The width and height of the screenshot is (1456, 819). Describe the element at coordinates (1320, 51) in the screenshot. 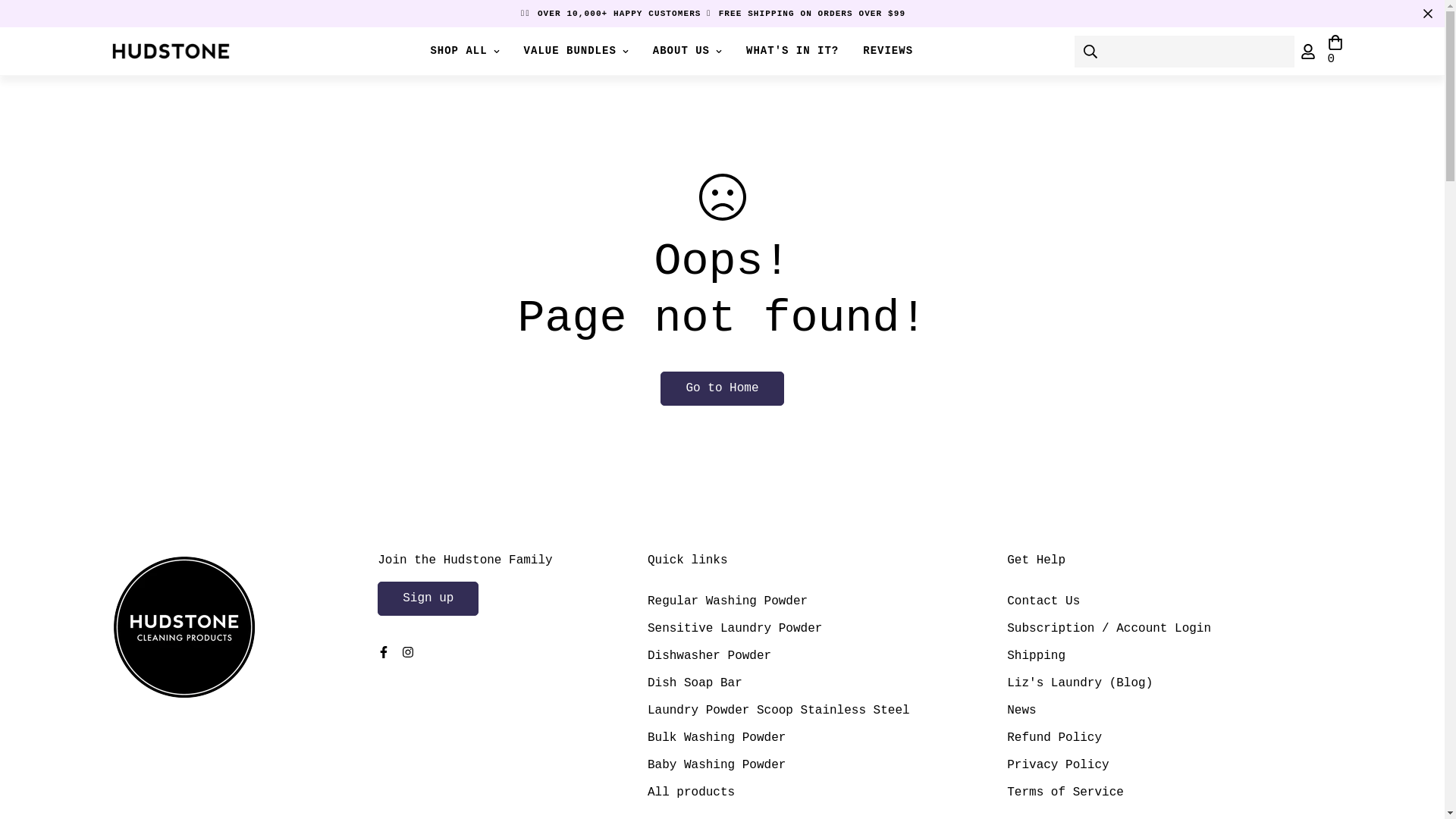

I see `'0'` at that location.